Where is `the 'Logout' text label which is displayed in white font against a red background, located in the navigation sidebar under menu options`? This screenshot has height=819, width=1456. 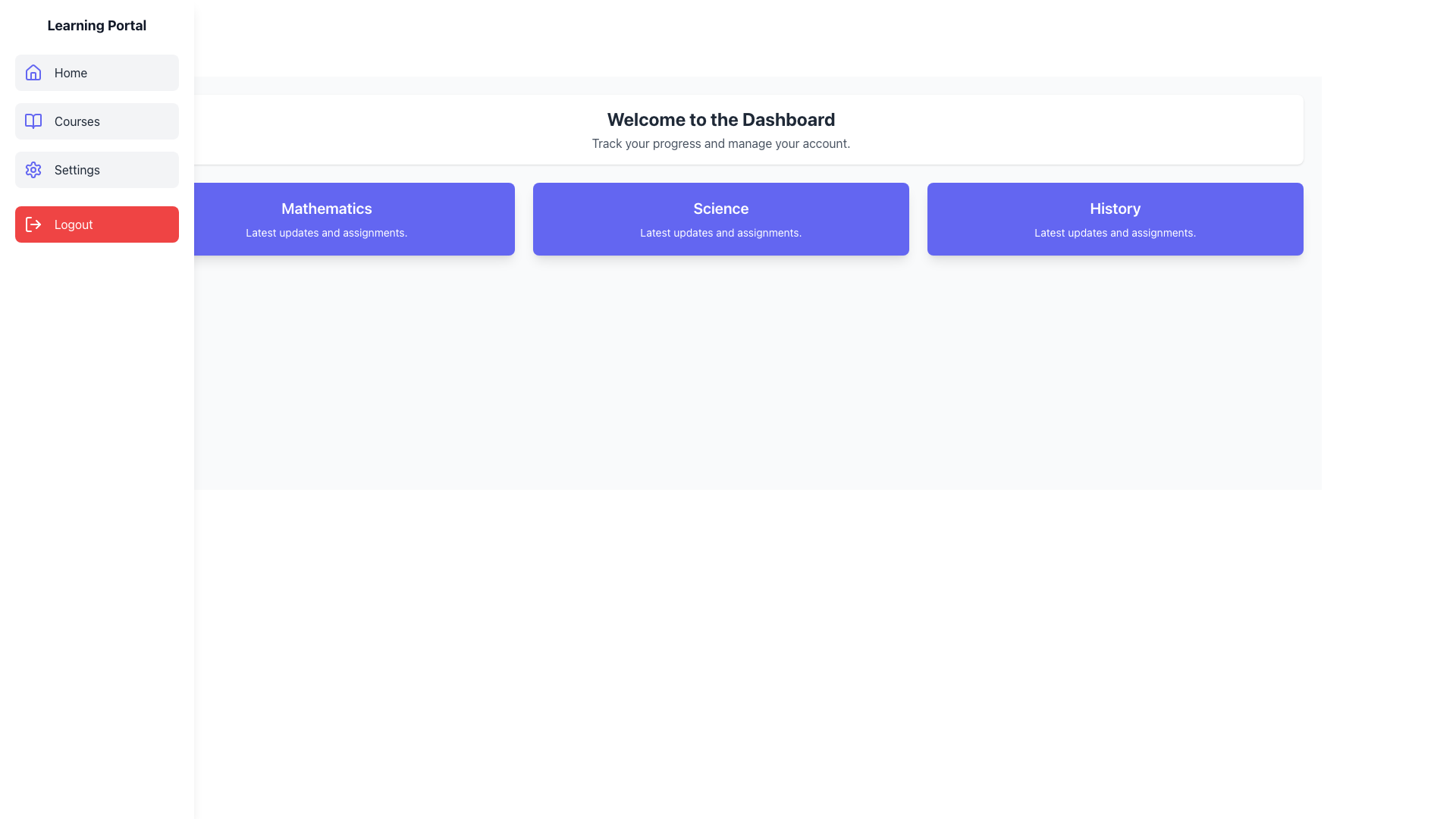
the 'Logout' text label which is displayed in white font against a red background, located in the navigation sidebar under menu options is located at coordinates (73, 224).